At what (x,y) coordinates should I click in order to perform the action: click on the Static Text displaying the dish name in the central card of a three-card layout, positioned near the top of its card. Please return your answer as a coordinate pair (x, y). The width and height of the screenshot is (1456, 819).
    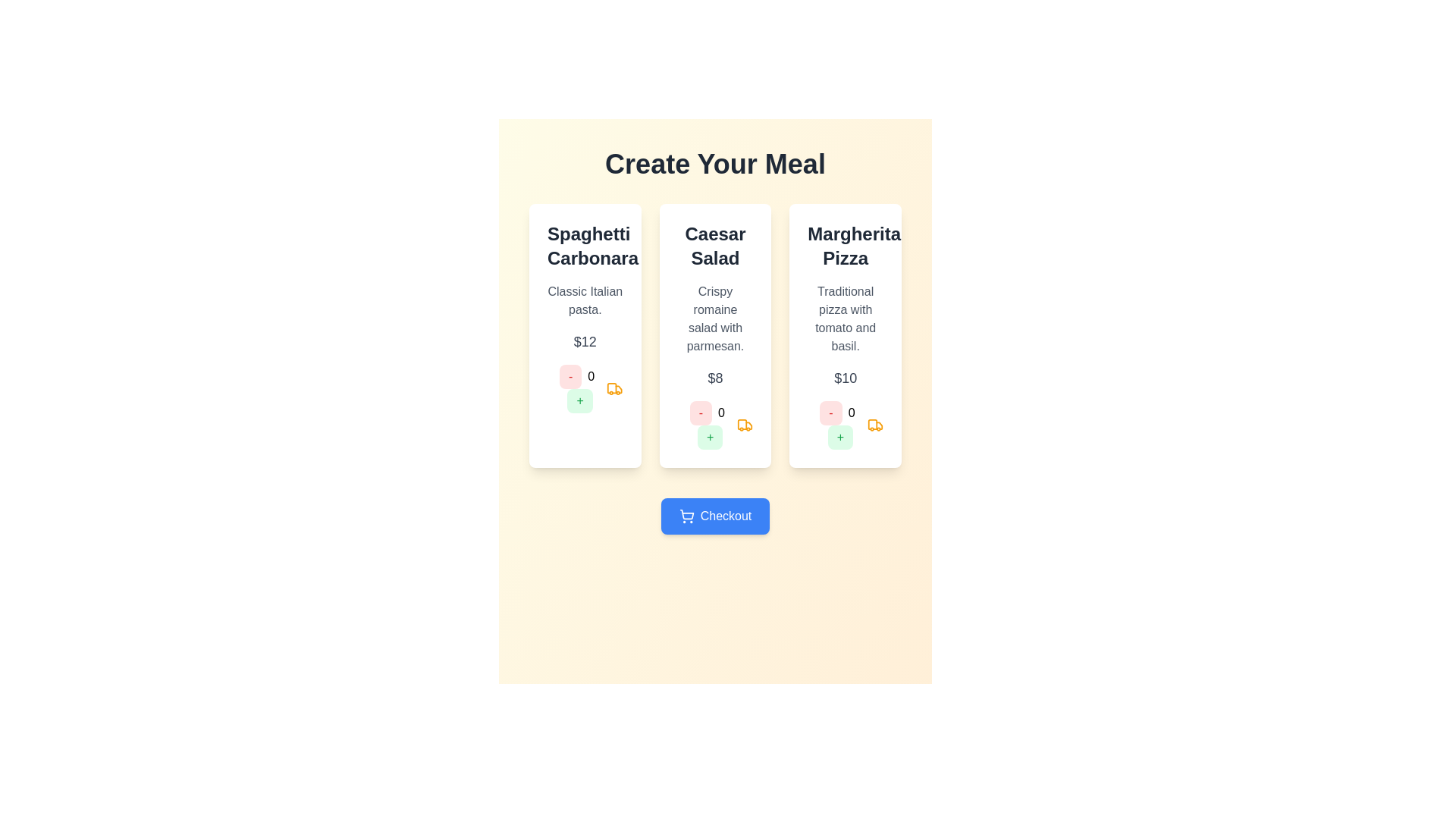
    Looking at the image, I should click on (714, 245).